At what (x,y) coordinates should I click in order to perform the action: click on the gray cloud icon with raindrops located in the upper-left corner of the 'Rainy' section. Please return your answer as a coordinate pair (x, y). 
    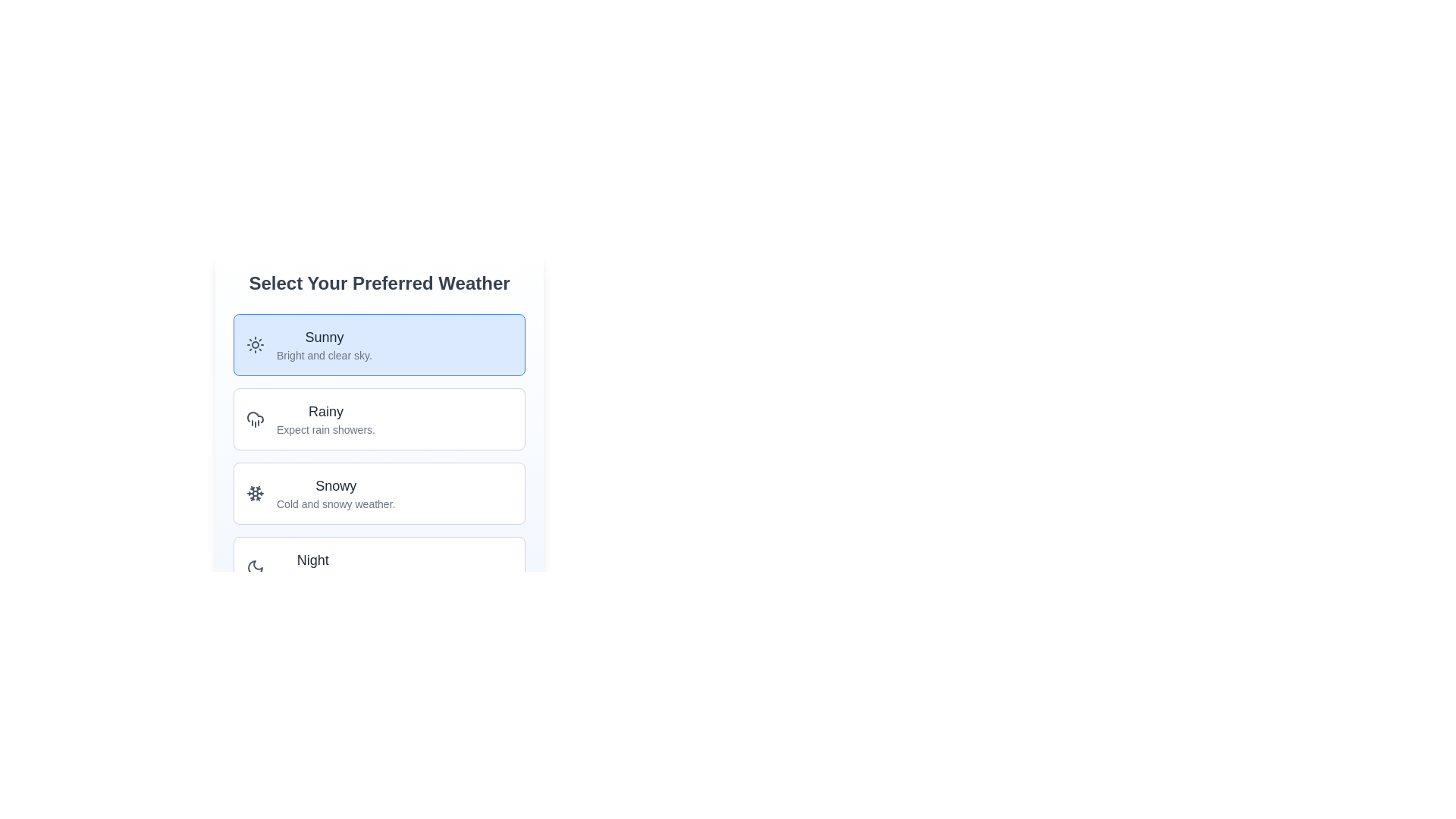
    Looking at the image, I should click on (255, 419).